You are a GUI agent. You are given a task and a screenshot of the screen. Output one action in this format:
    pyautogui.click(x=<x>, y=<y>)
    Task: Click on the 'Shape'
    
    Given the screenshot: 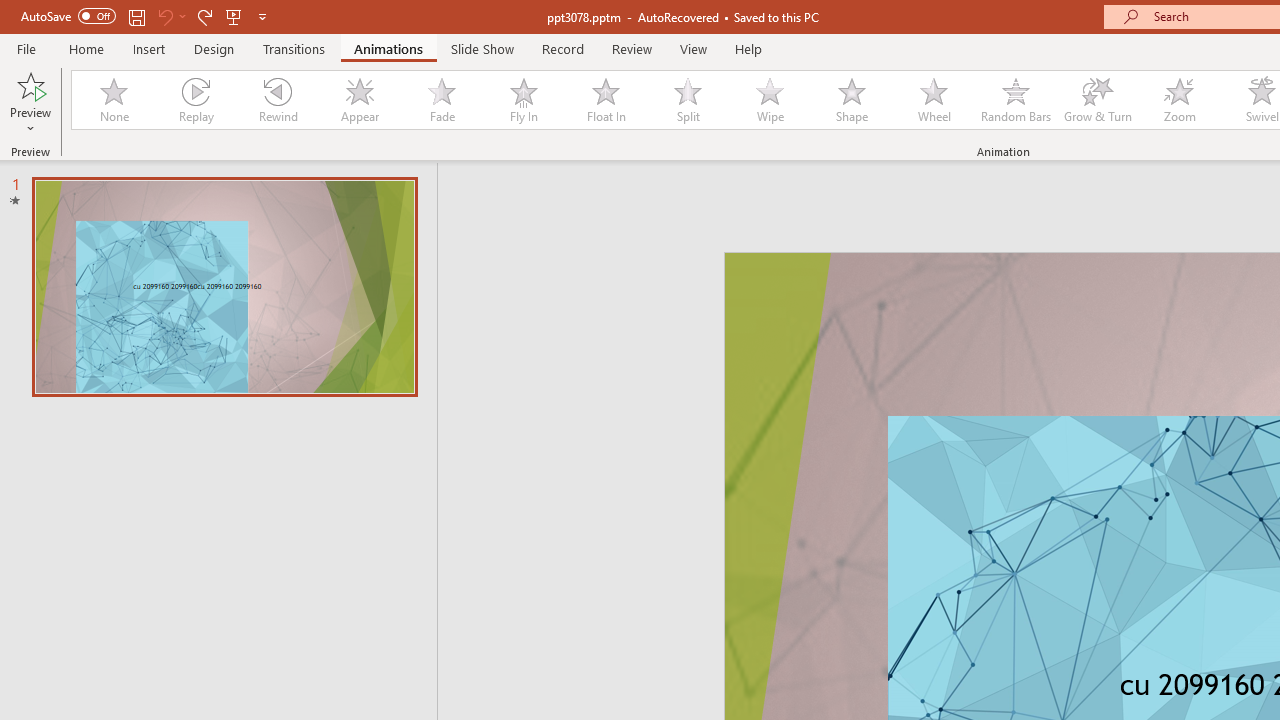 What is the action you would take?
    pyautogui.click(x=852, y=100)
    